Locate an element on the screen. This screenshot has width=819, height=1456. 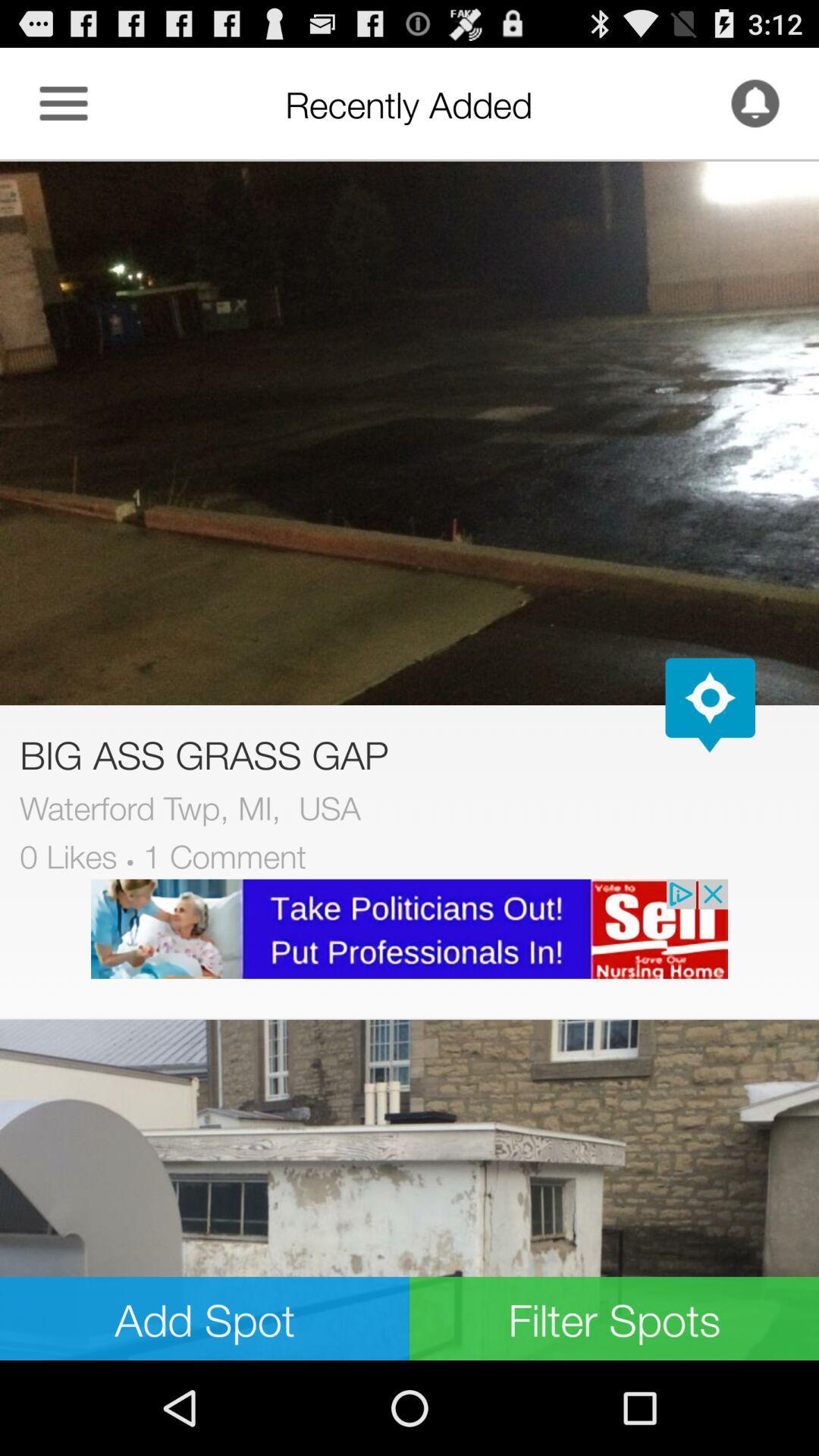
the notifications icon is located at coordinates (755, 110).